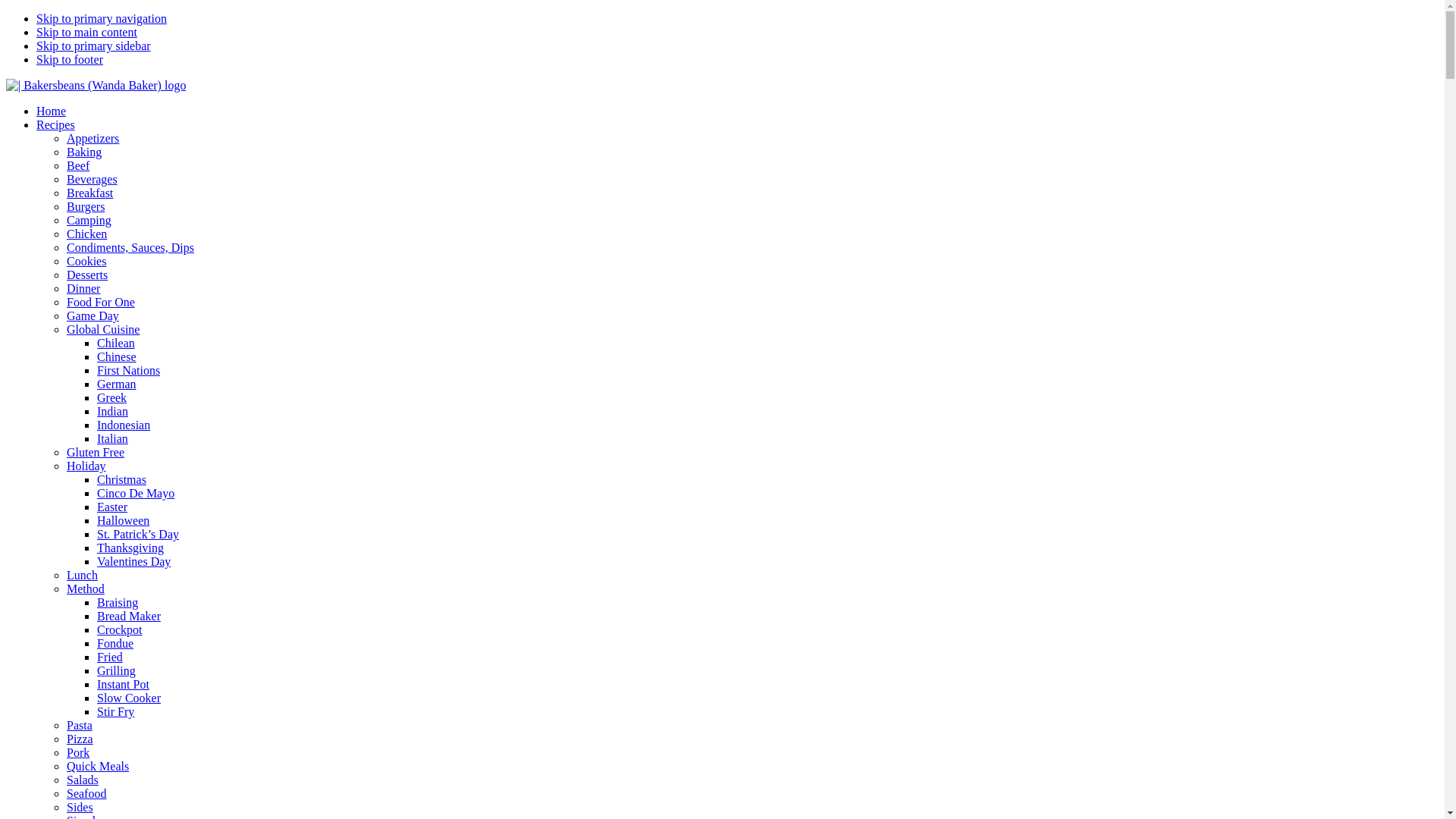  I want to click on 'Appetizers', so click(92, 138).